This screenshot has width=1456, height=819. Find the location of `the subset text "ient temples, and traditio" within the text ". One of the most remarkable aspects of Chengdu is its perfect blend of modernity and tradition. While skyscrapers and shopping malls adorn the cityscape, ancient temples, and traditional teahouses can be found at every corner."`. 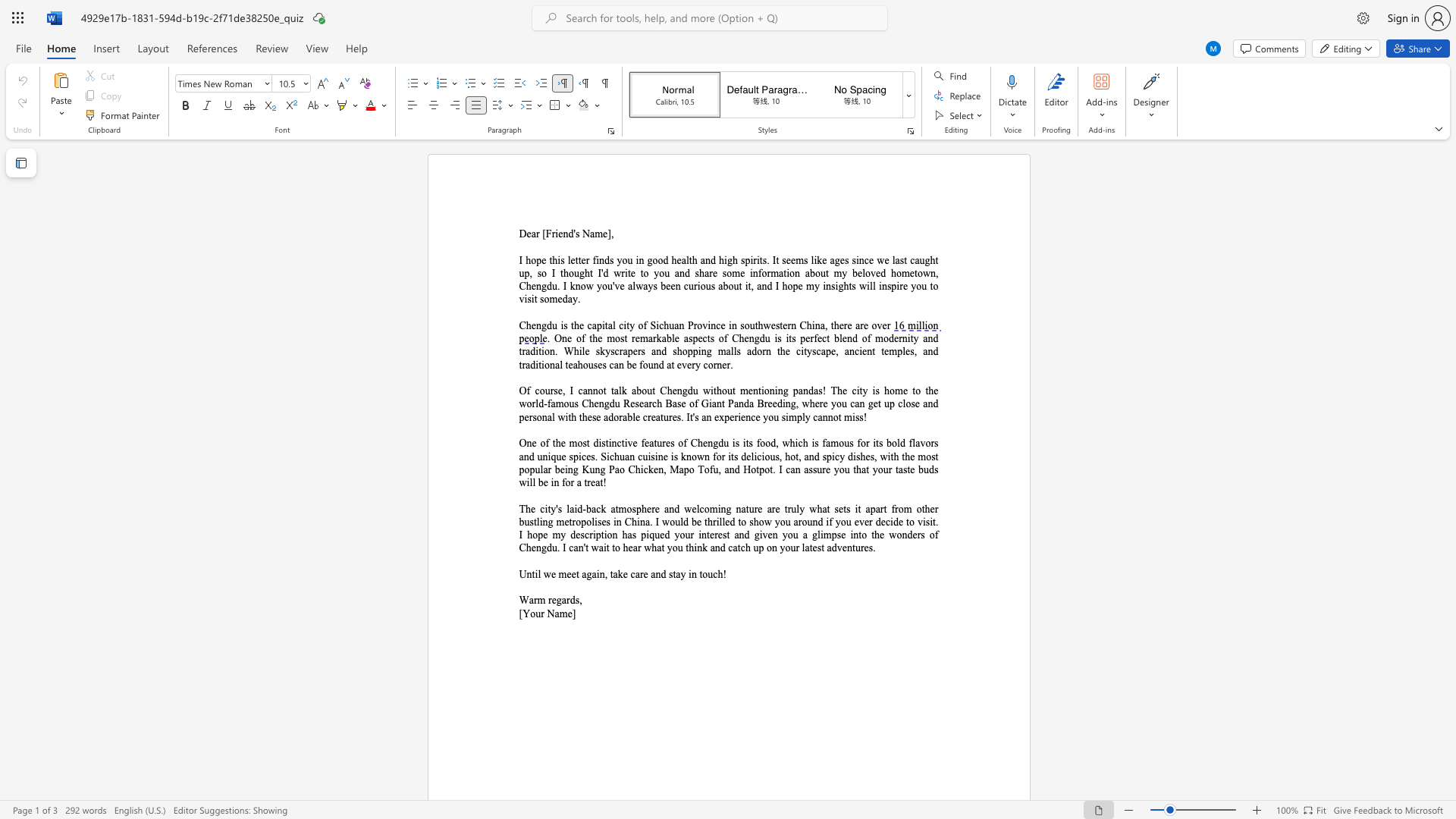

the subset text "ient temples, and traditio" within the text ". One of the most remarkable aspects of Chengdu is its perfect blend of modernity and tradition. While skyscrapers and shopping malls adorn the cityscape, ancient temples, and traditional teahouses can be found at every corner." is located at coordinates (859, 351).